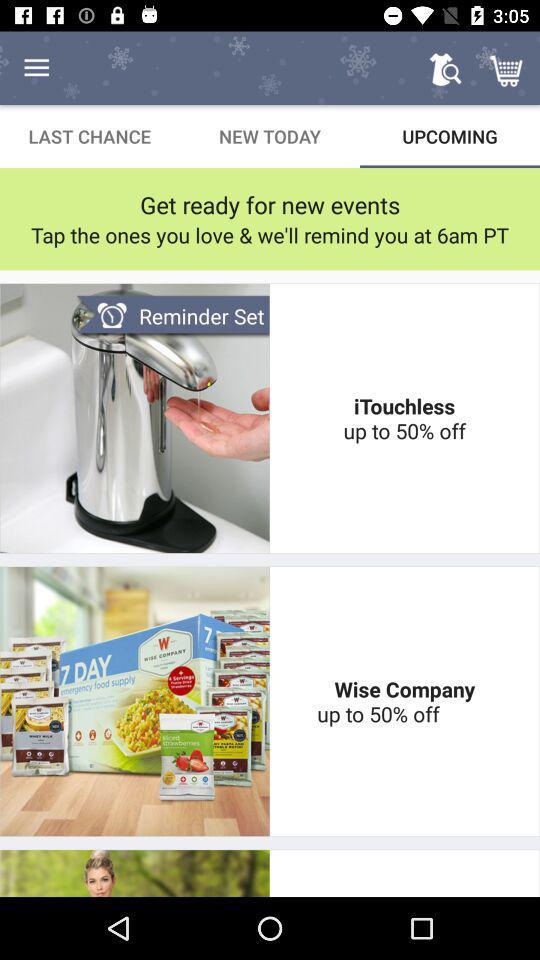  What do you see at coordinates (404, 417) in the screenshot?
I see `itouchless up to` at bounding box center [404, 417].